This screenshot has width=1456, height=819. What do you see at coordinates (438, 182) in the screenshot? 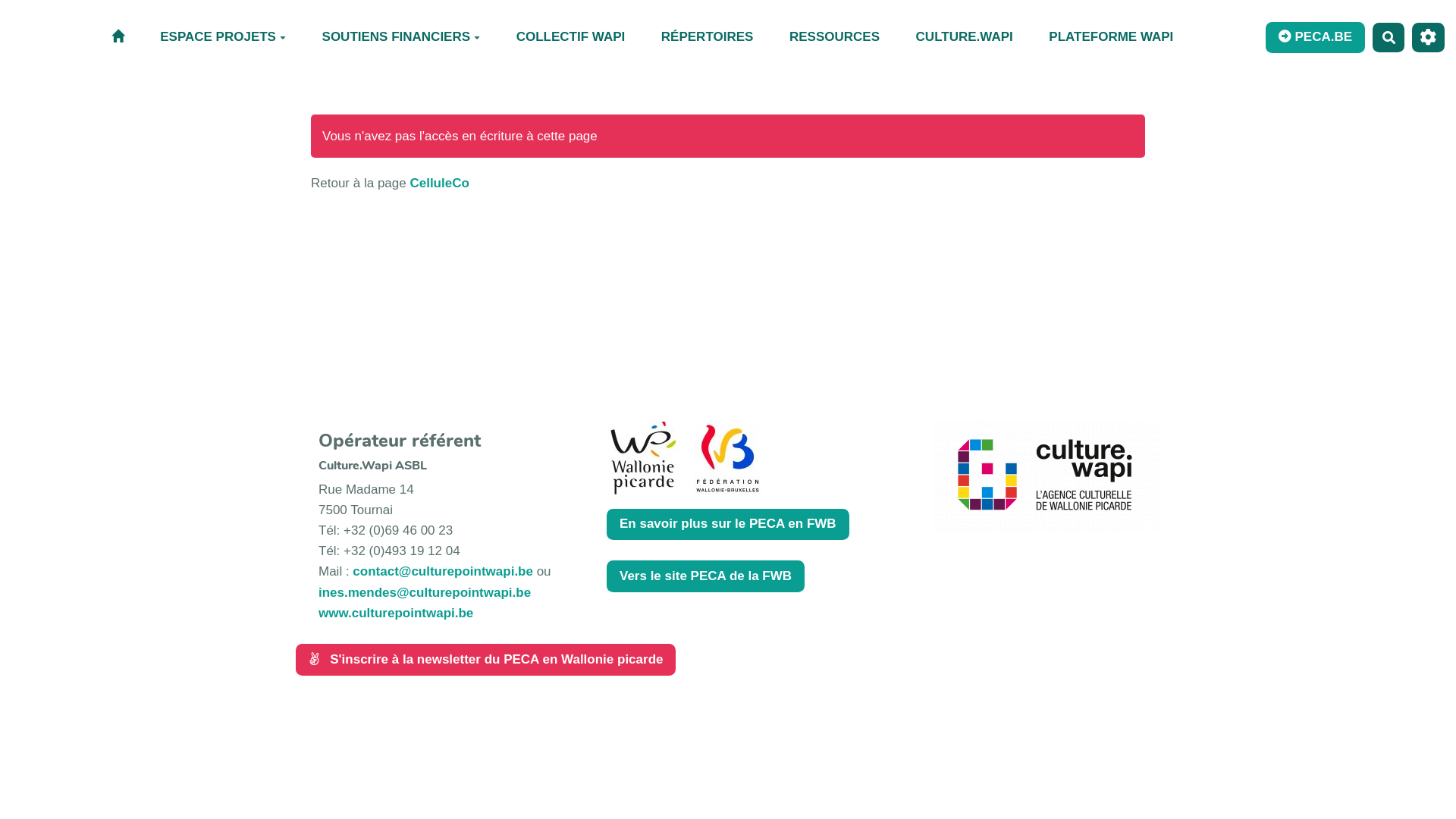
I see `'CelluleCo'` at bounding box center [438, 182].